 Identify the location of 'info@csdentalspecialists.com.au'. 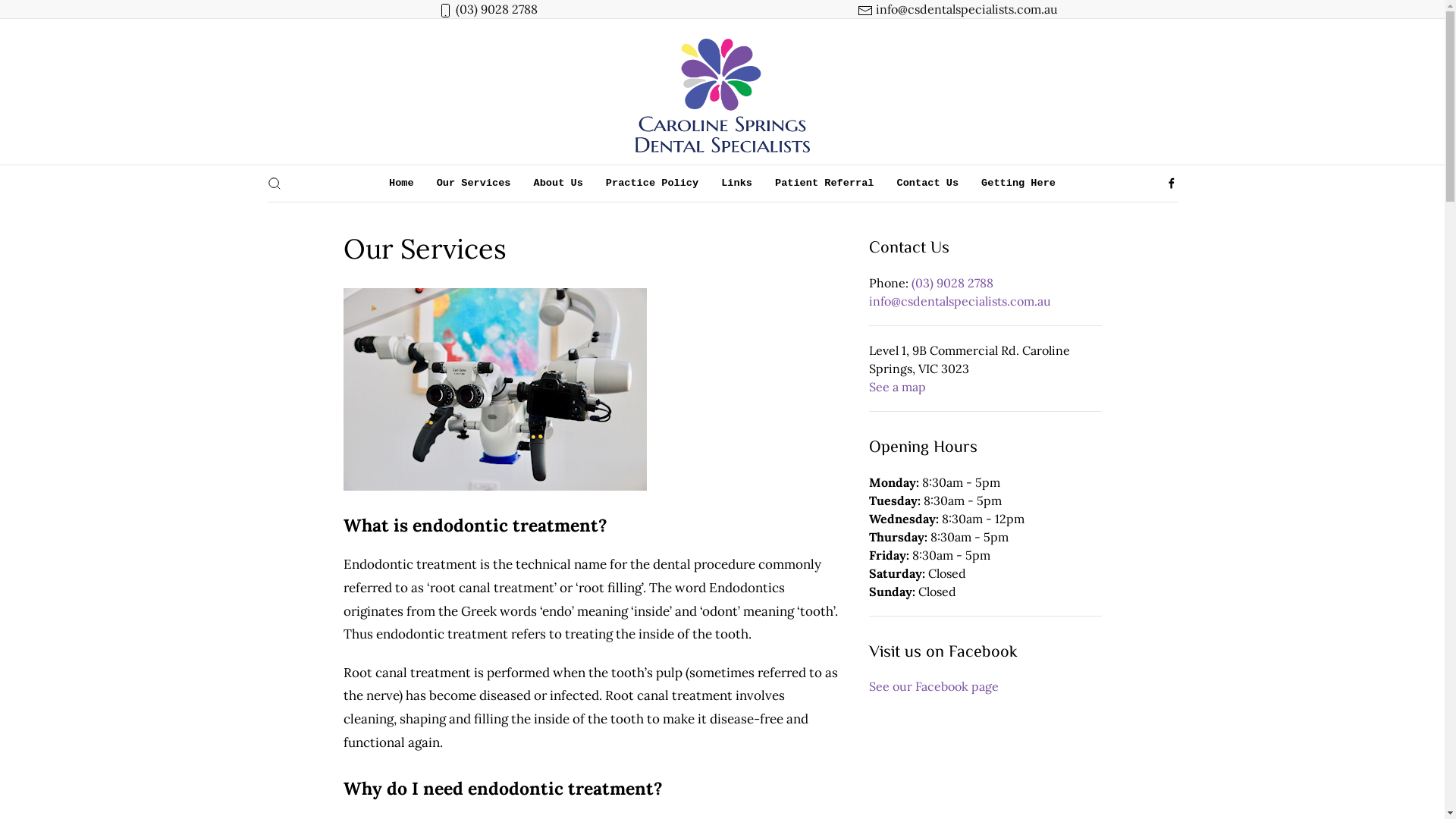
(965, 8).